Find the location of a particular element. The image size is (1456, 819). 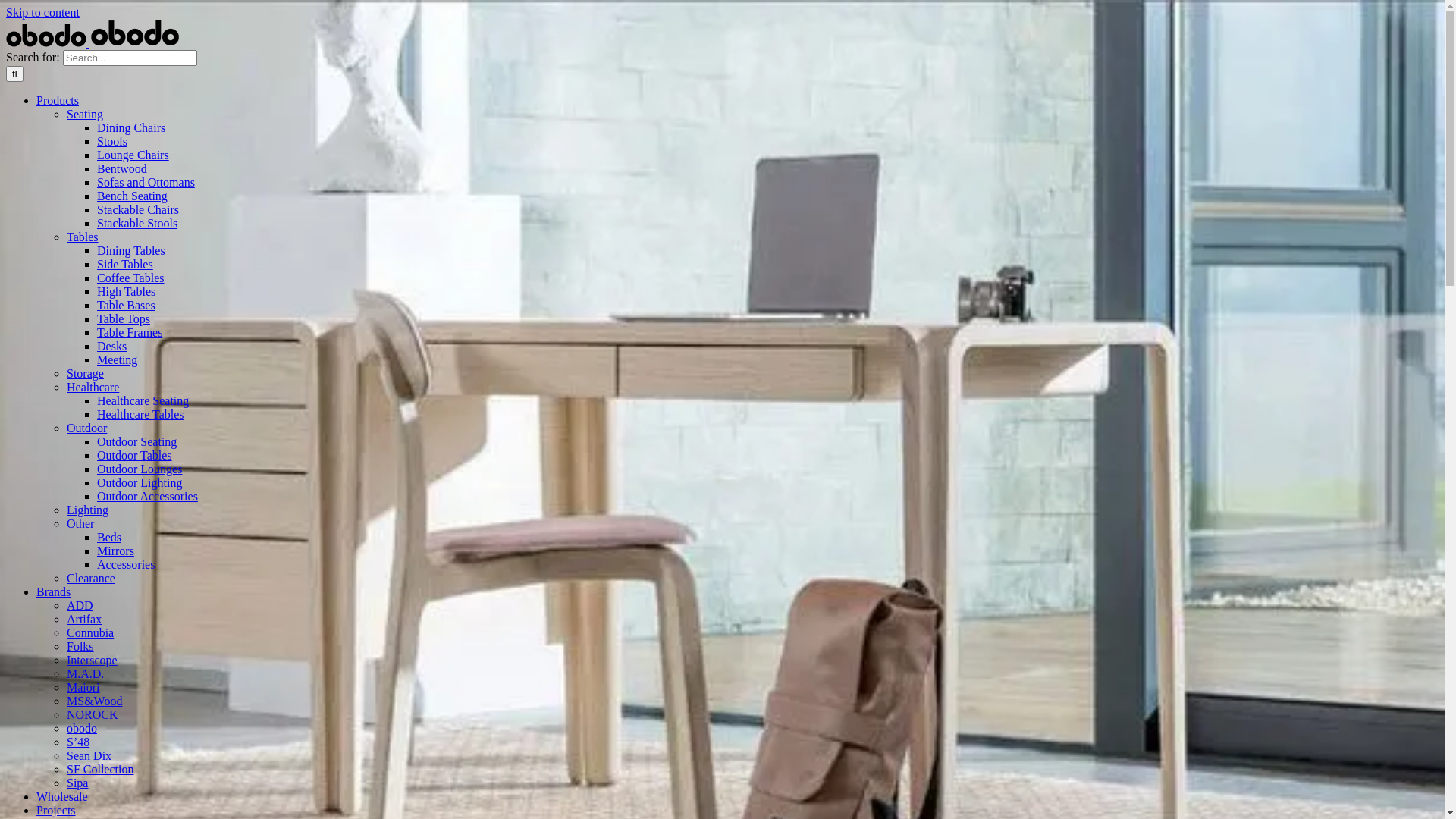

'Desks' is located at coordinates (96, 346).